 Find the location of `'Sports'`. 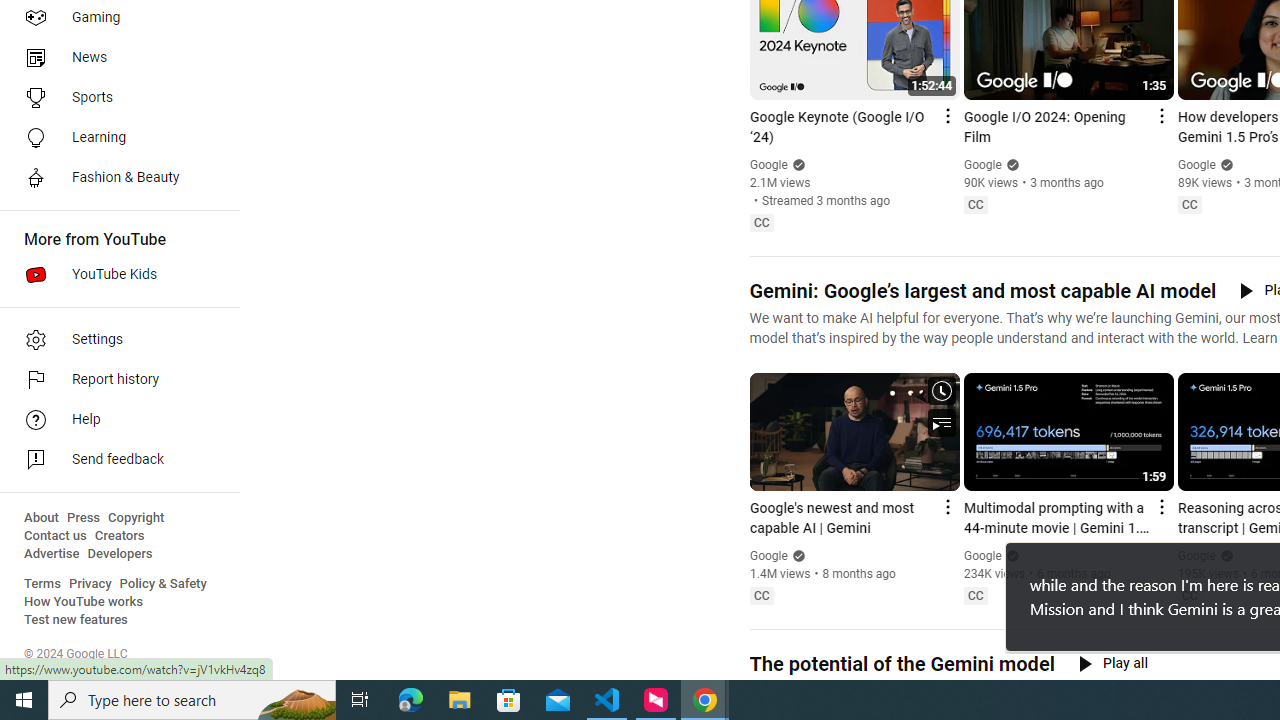

'Sports' is located at coordinates (112, 97).